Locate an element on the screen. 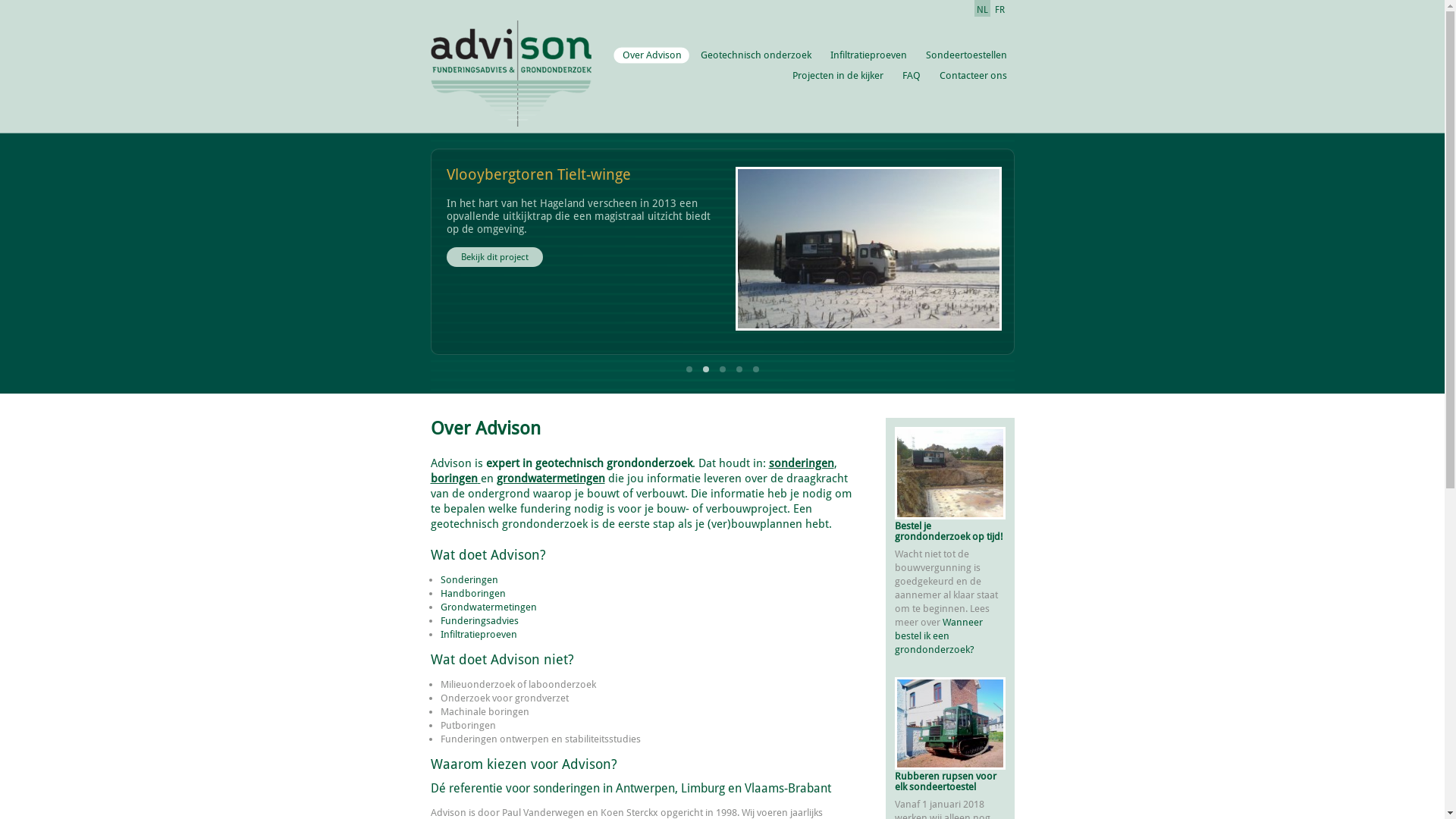 The image size is (1456, 819). 'Uitkijktoren Tielt-winge' is located at coordinates (868, 247).